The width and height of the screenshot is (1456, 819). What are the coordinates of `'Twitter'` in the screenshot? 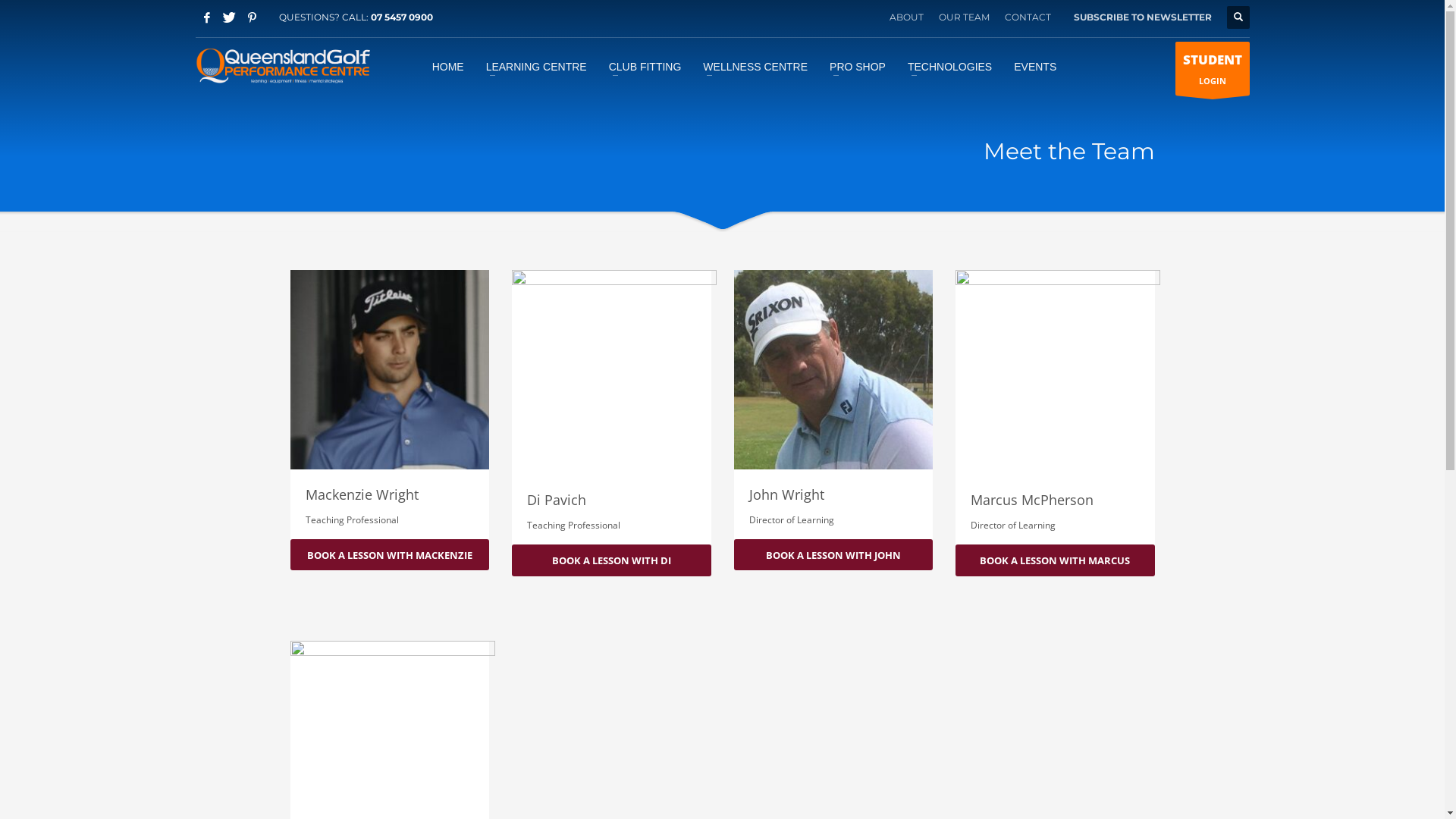 It's located at (228, 17).